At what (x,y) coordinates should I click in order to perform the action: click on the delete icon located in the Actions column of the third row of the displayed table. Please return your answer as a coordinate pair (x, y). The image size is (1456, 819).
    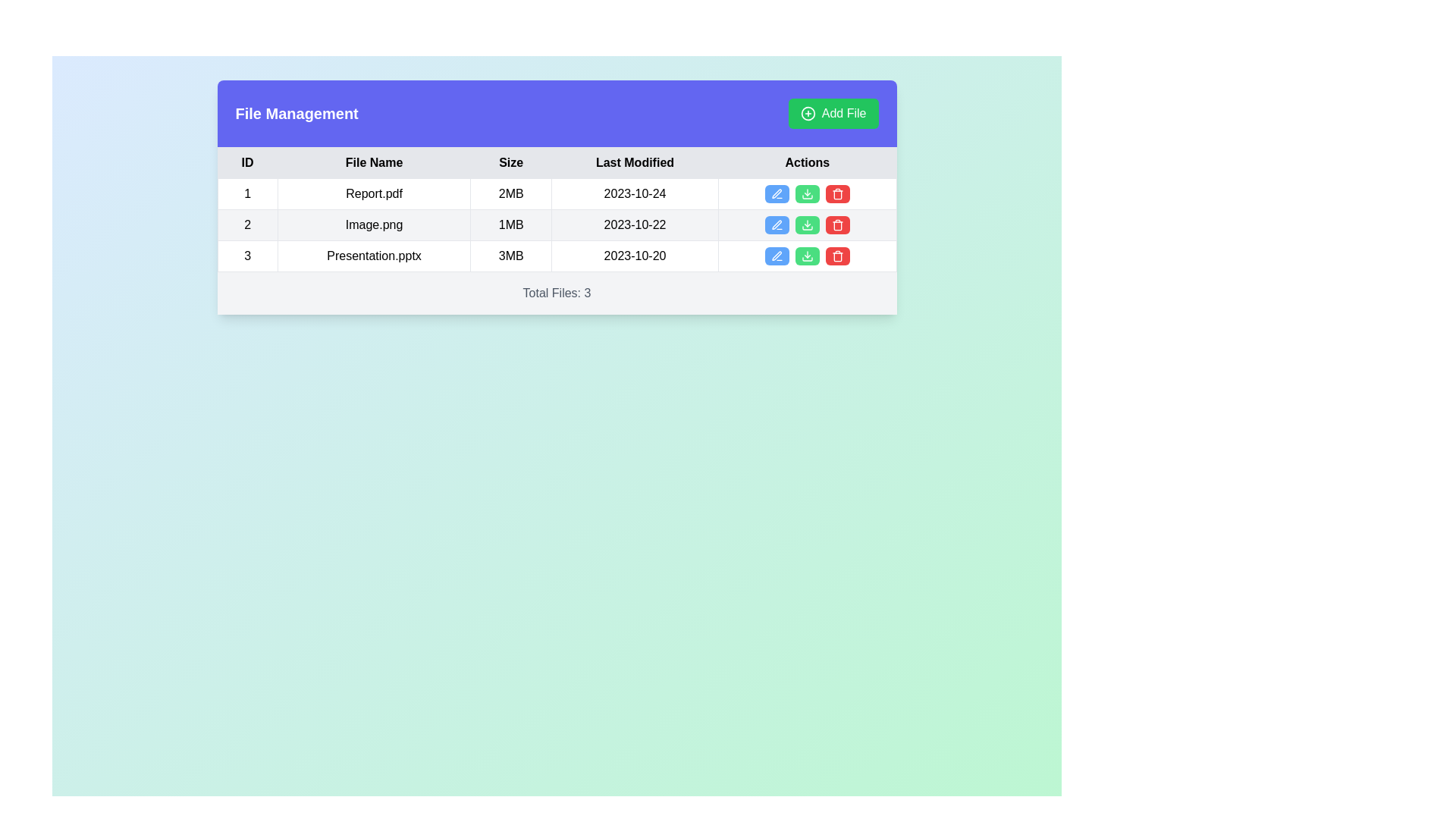
    Looking at the image, I should click on (836, 225).